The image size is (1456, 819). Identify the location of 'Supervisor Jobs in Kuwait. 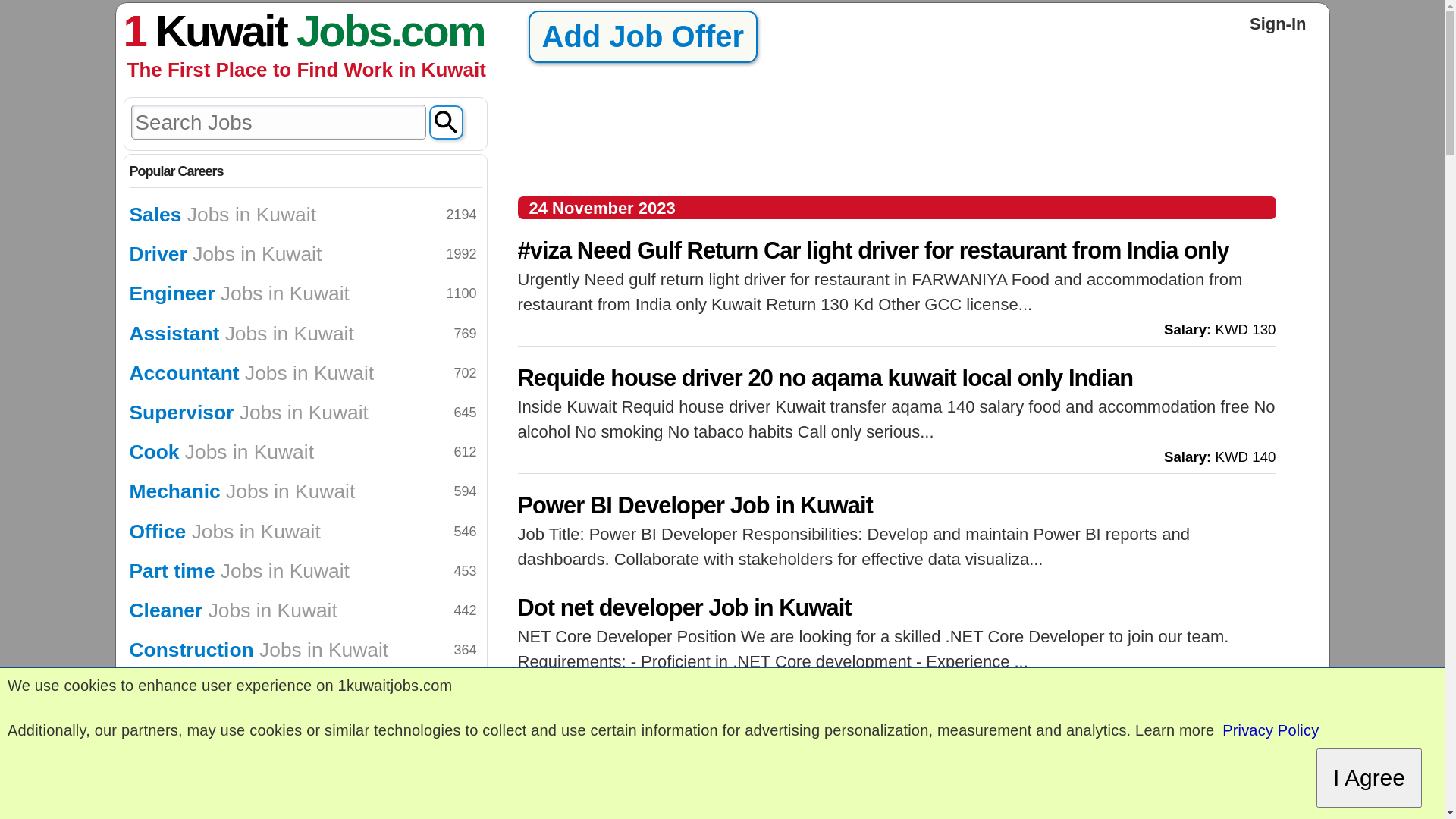
(304, 412).